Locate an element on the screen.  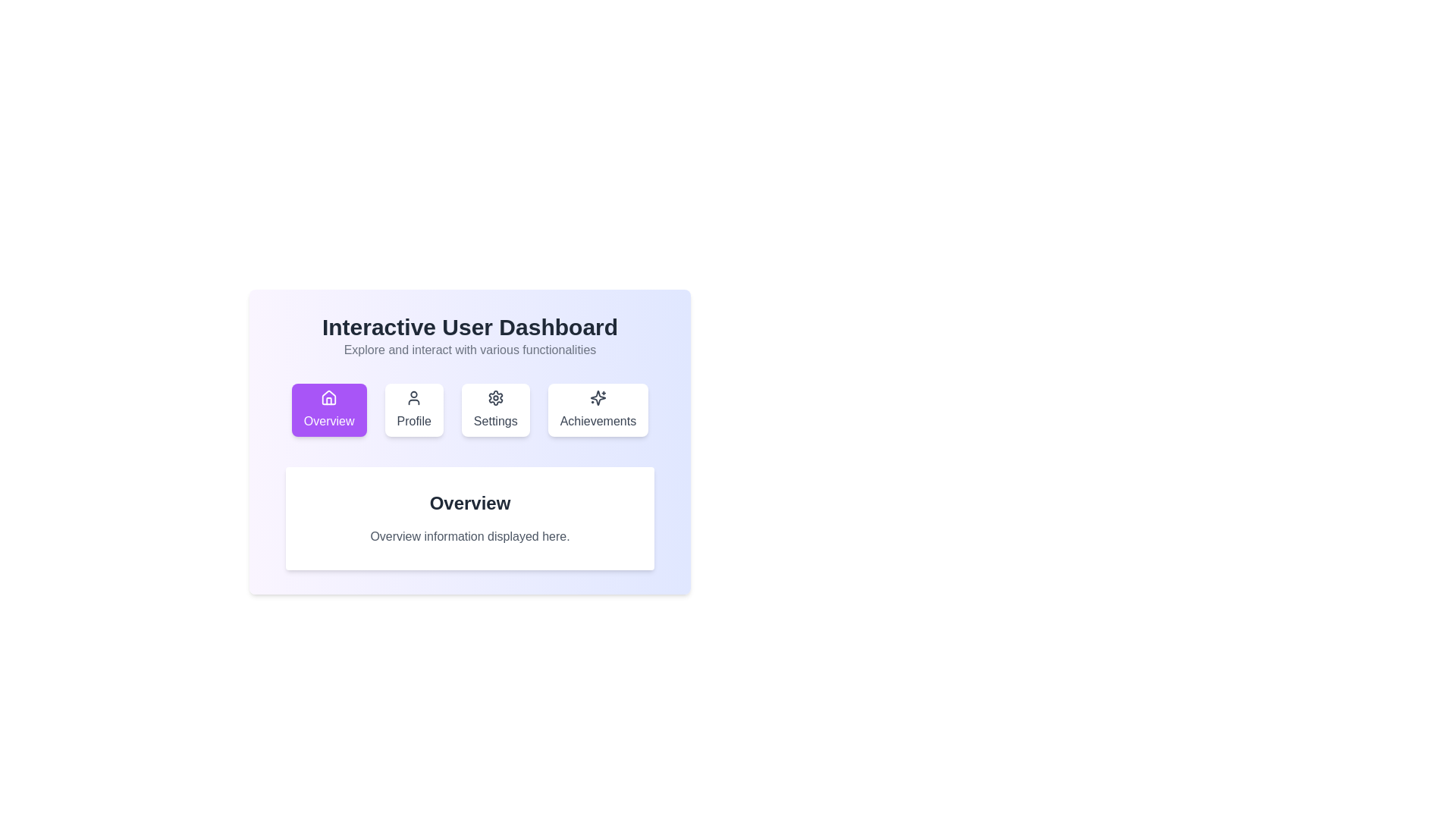
the 'Profile' button, which is styled with a white background, rounded corners, and contains a user icon with the label 'Profile' in gray font is located at coordinates (414, 409).